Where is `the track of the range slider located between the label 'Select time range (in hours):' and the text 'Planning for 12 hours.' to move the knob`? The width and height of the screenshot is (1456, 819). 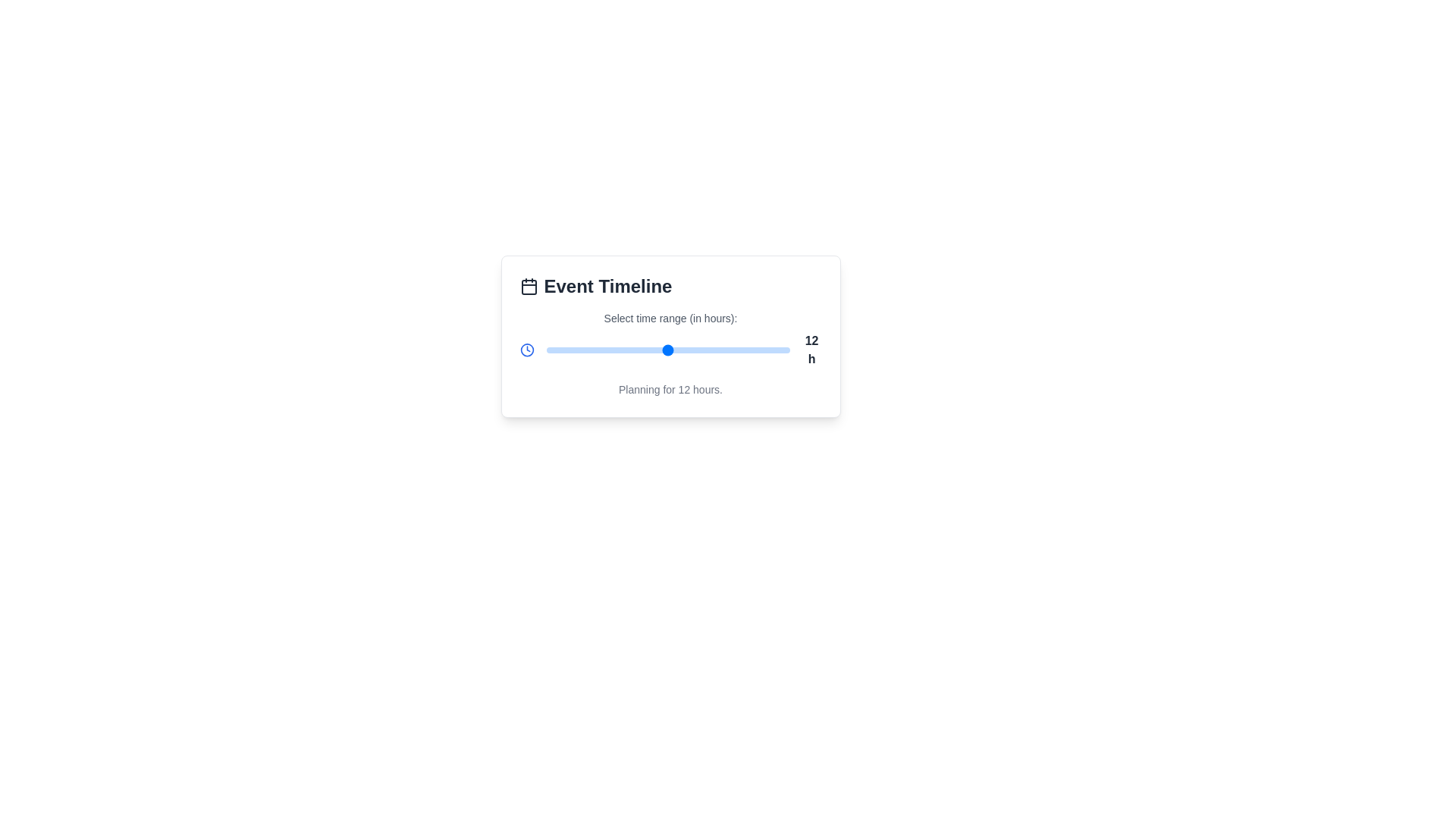 the track of the range slider located between the label 'Select time range (in hours):' and the text 'Planning for 12 hours.' to move the knob is located at coordinates (670, 350).